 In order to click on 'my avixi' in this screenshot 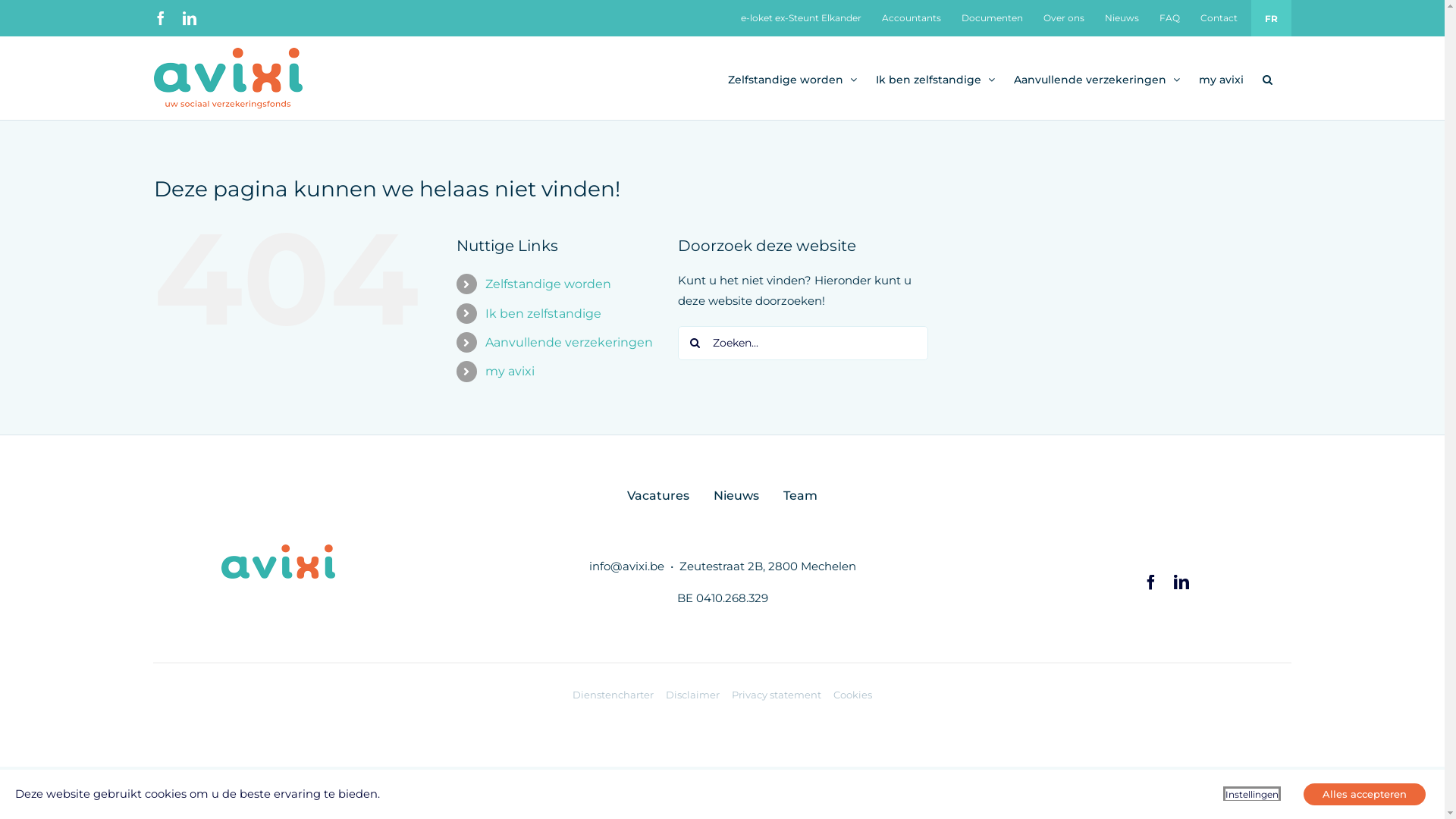, I will do `click(510, 371)`.